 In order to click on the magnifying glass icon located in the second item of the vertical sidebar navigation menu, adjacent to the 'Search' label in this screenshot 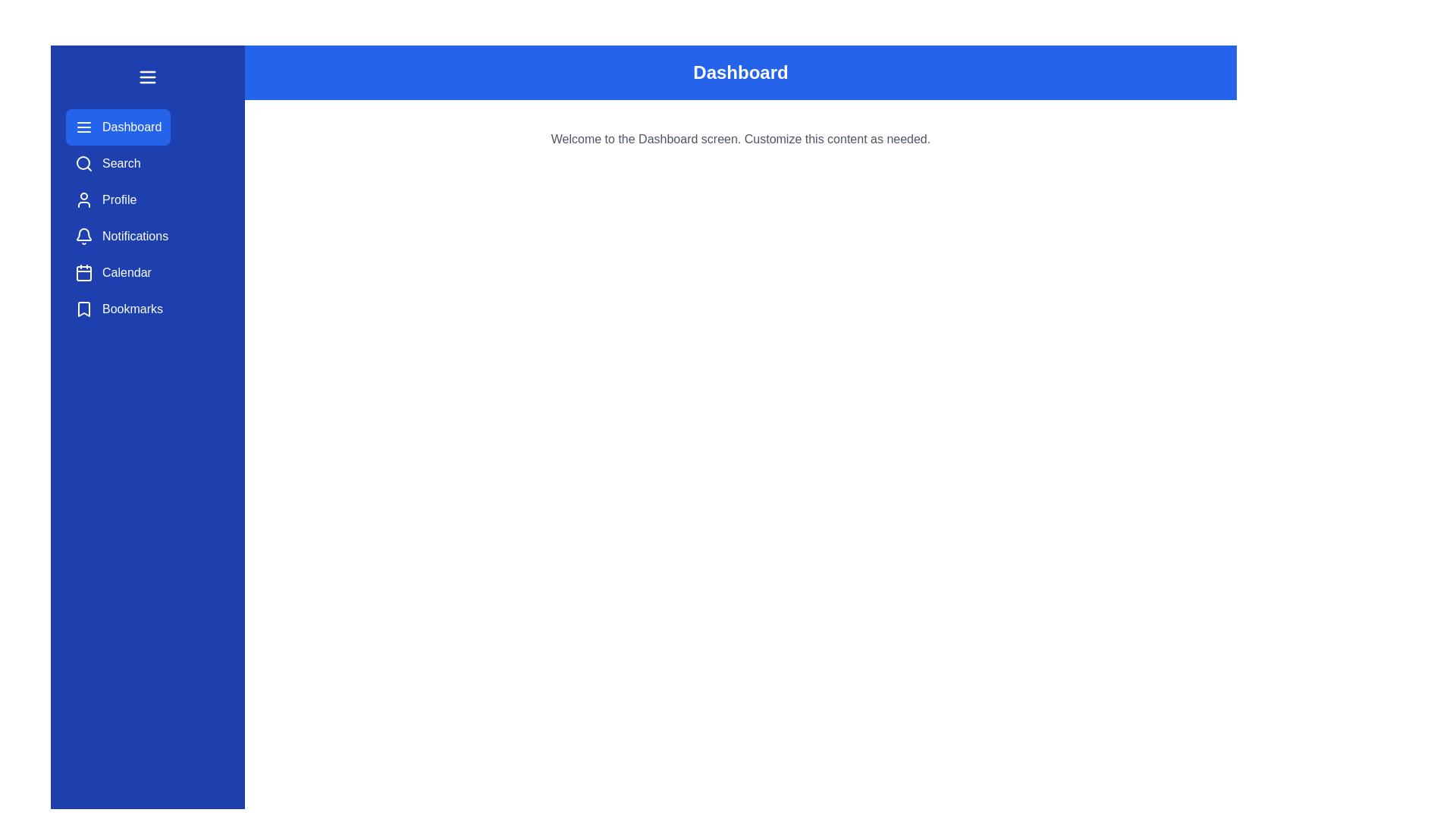, I will do `click(83, 164)`.